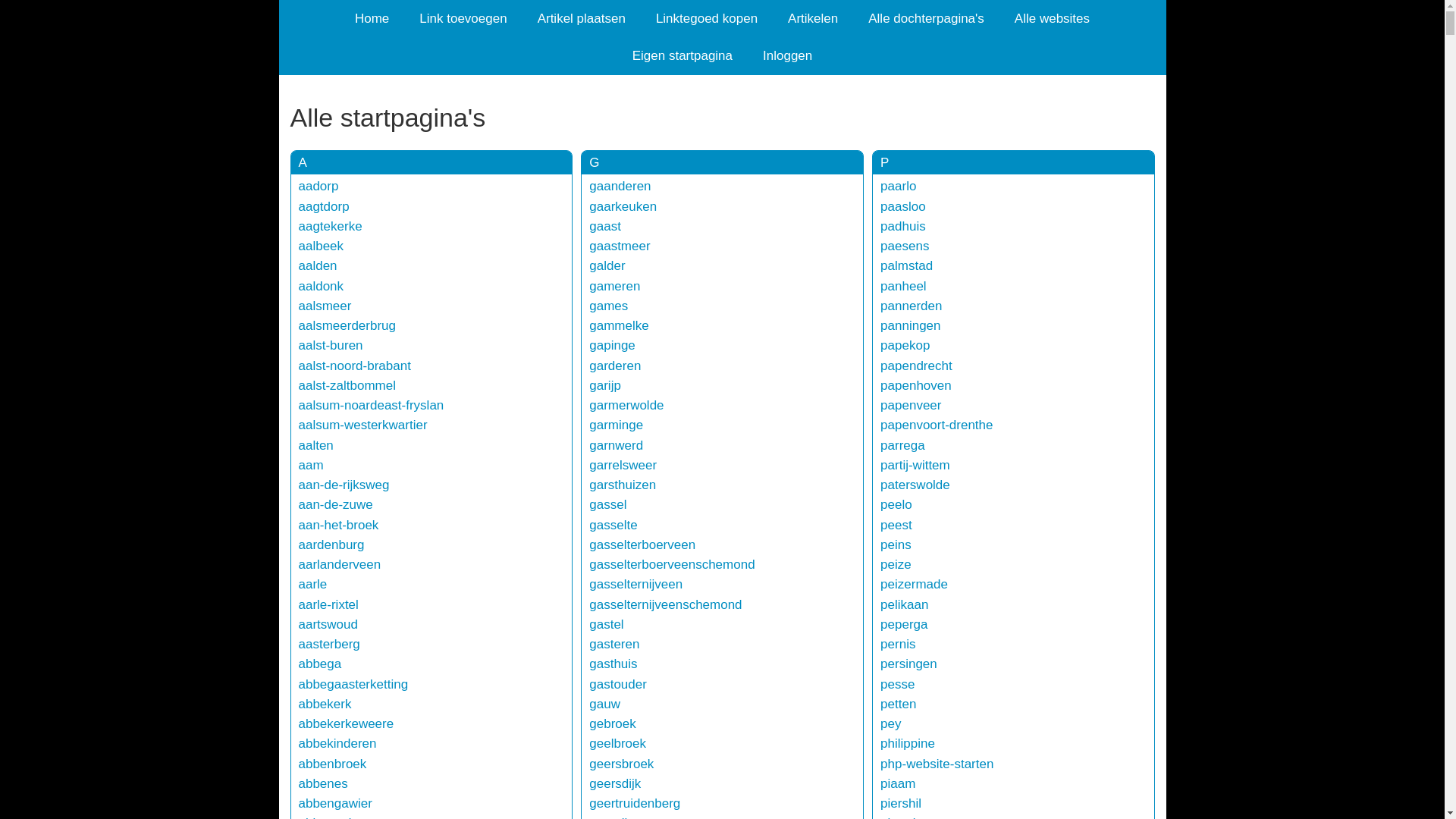 This screenshot has height=819, width=1456. Describe the element at coordinates (612, 345) in the screenshot. I see `'gapinge'` at that location.